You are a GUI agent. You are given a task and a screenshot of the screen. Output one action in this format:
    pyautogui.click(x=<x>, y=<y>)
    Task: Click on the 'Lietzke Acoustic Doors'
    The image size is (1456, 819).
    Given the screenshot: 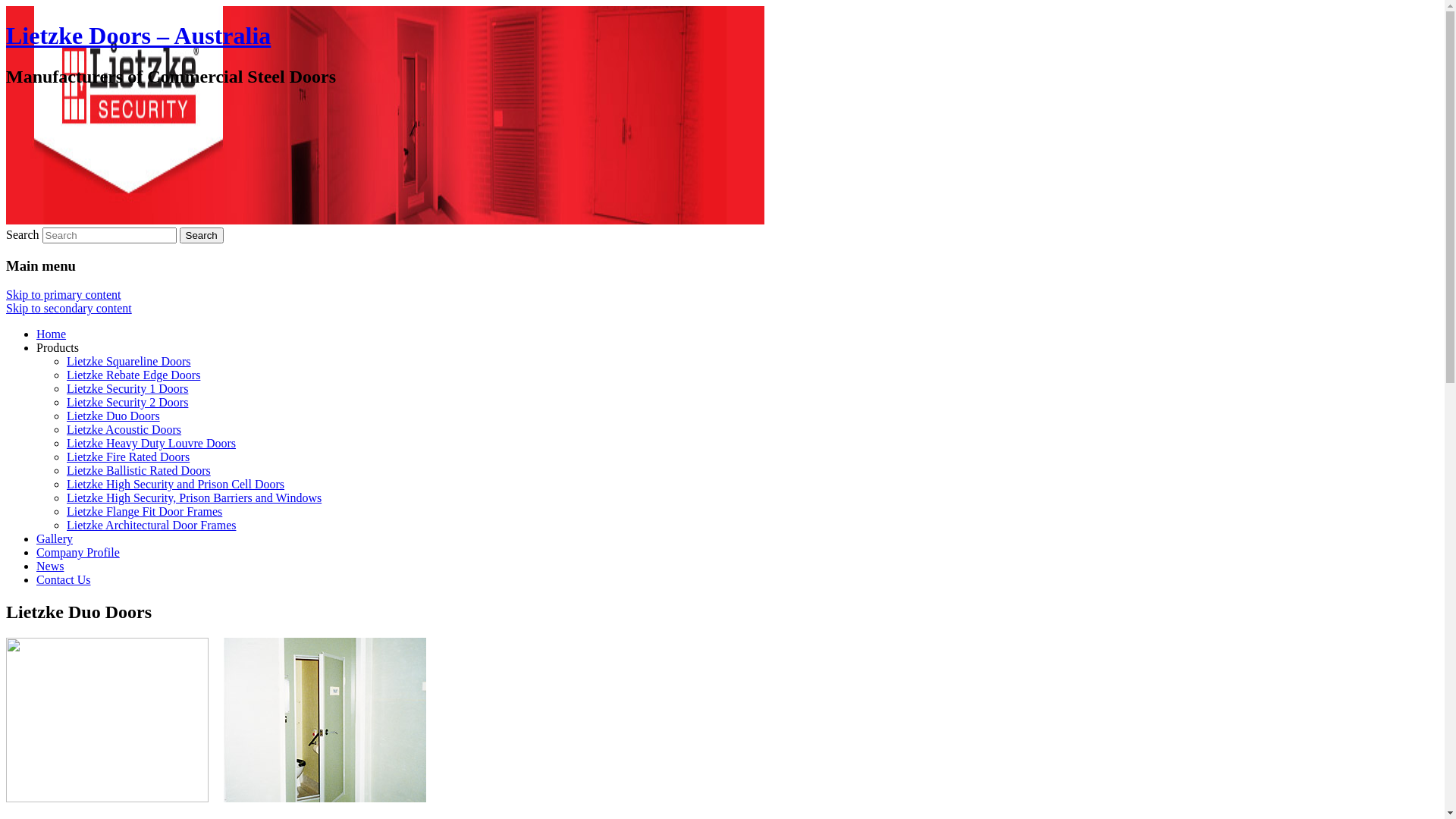 What is the action you would take?
    pyautogui.click(x=65, y=429)
    